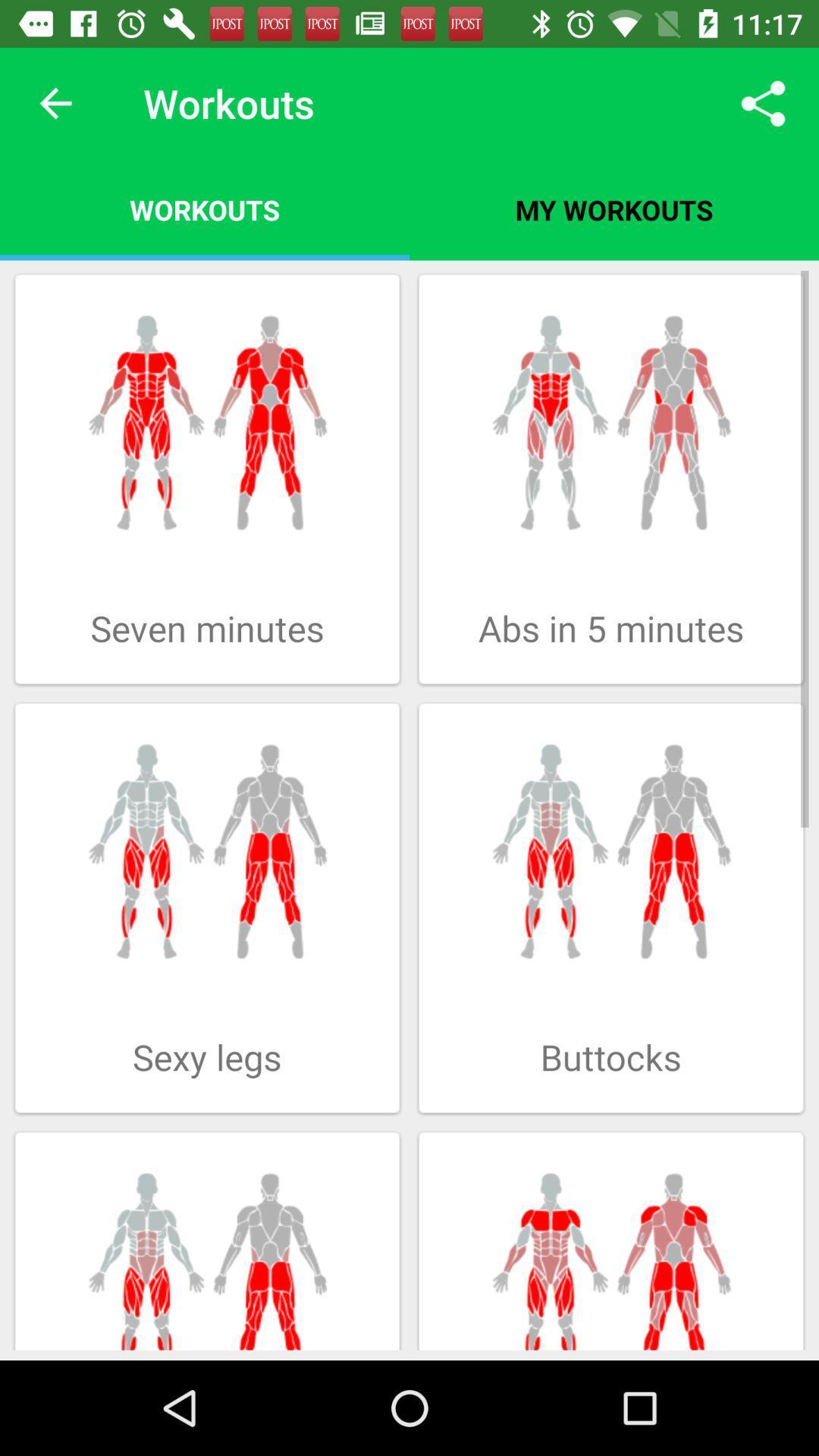 This screenshot has height=1456, width=819. I want to click on app to the right of the workouts, so click(763, 102).